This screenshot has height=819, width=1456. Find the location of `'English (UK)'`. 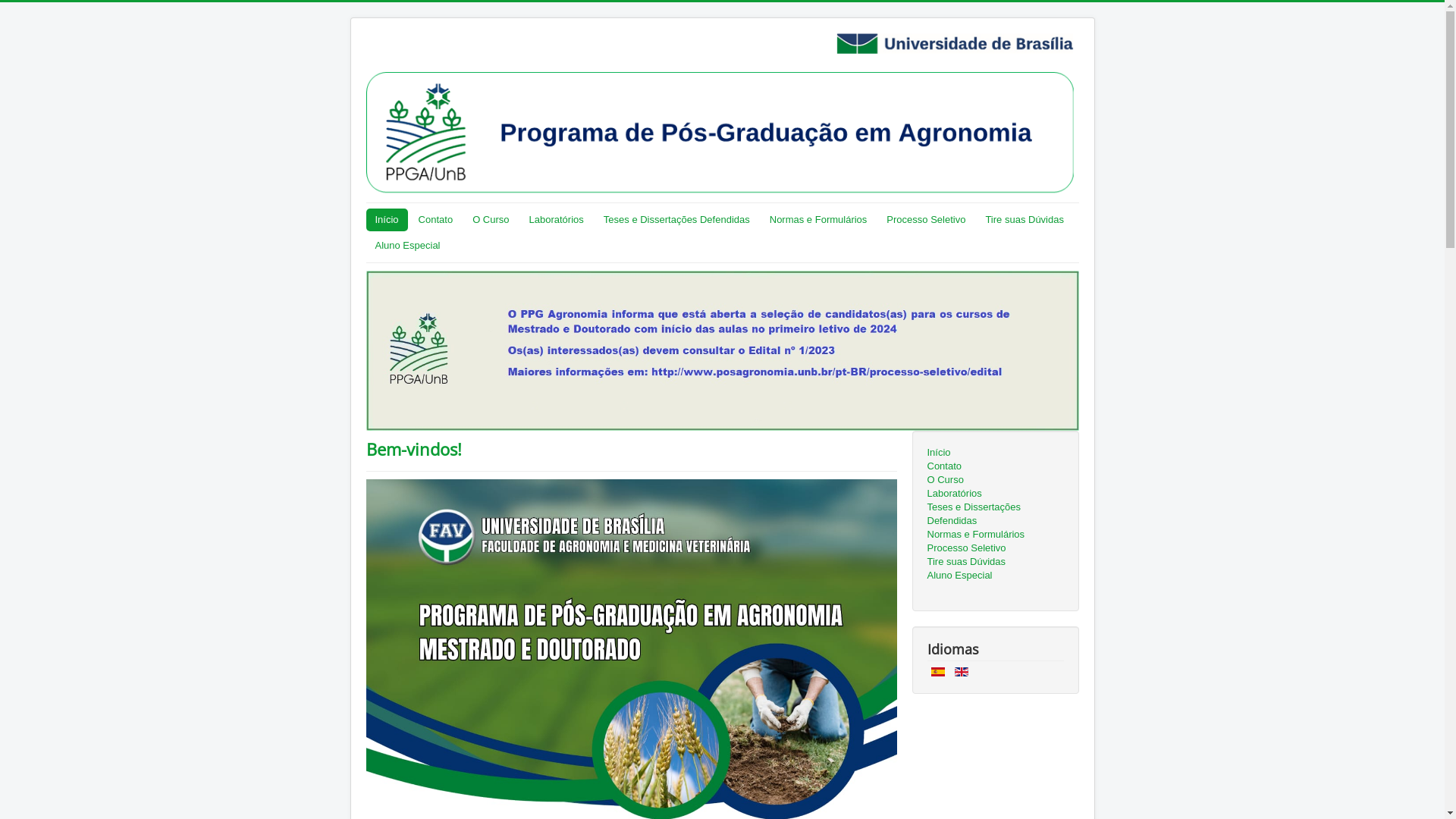

'English (UK)' is located at coordinates (960, 671).